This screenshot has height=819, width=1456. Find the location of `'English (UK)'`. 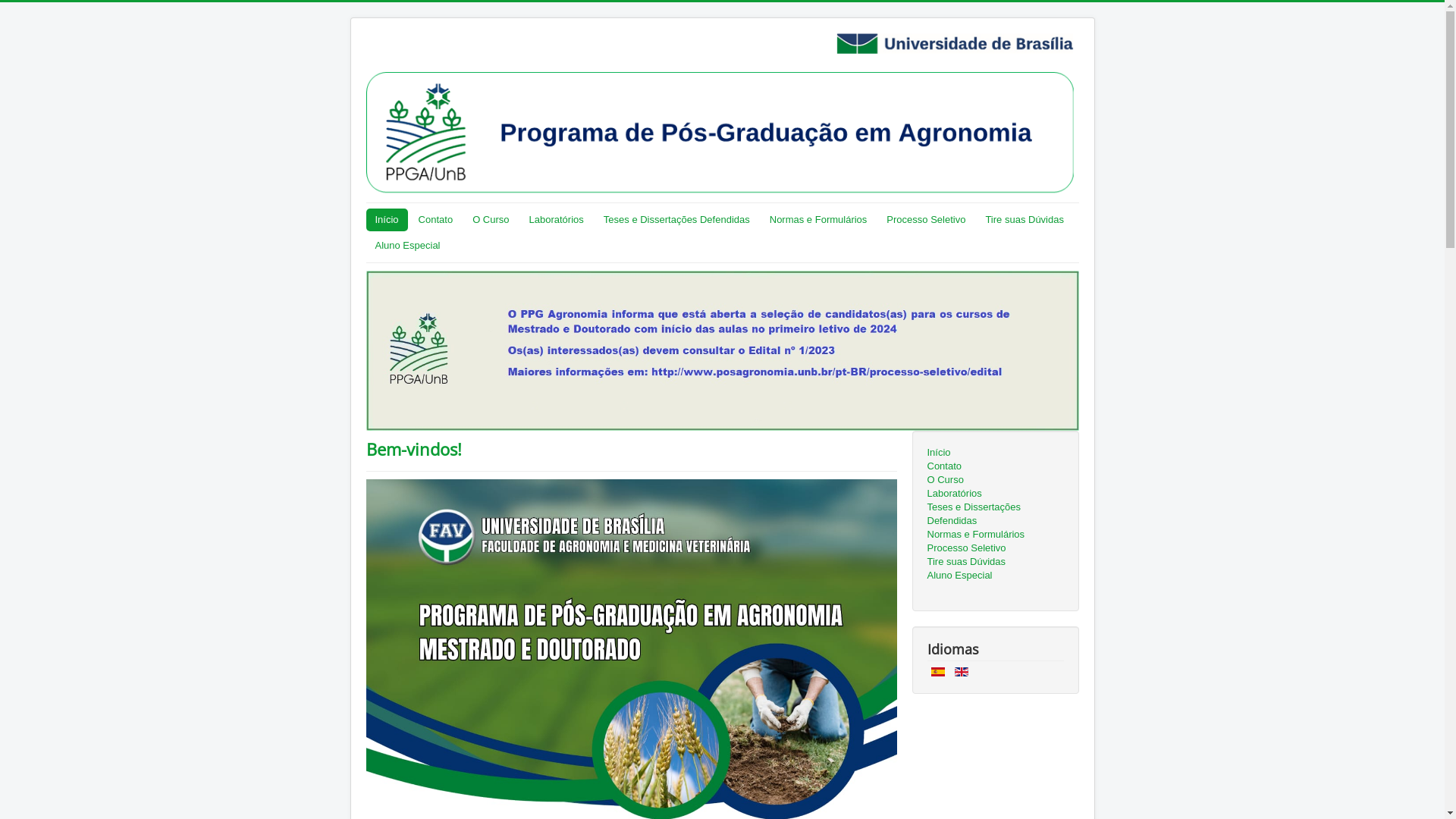

'English (UK)' is located at coordinates (960, 671).